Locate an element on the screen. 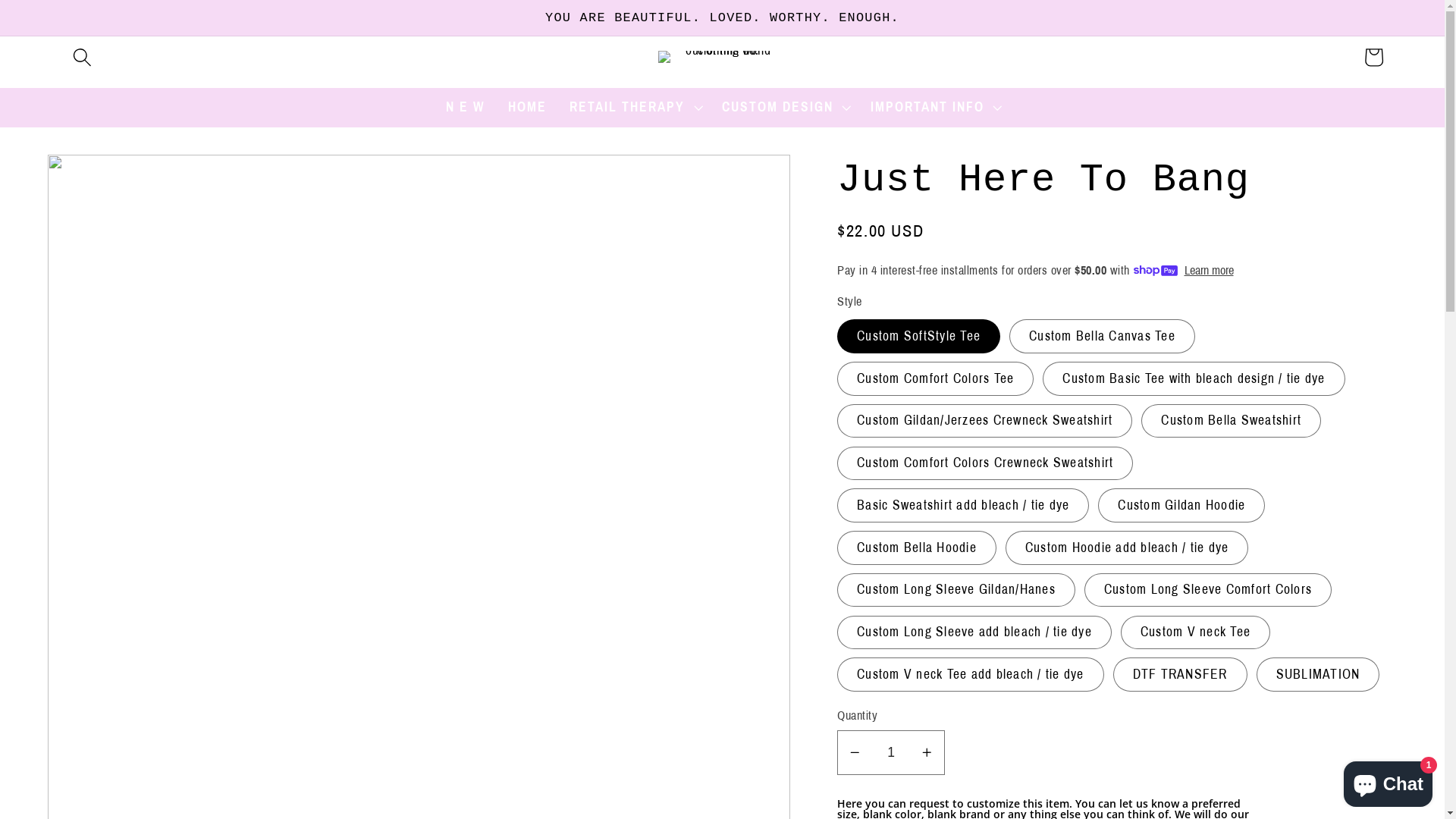  'Shopify online store chat' is located at coordinates (1388, 780).